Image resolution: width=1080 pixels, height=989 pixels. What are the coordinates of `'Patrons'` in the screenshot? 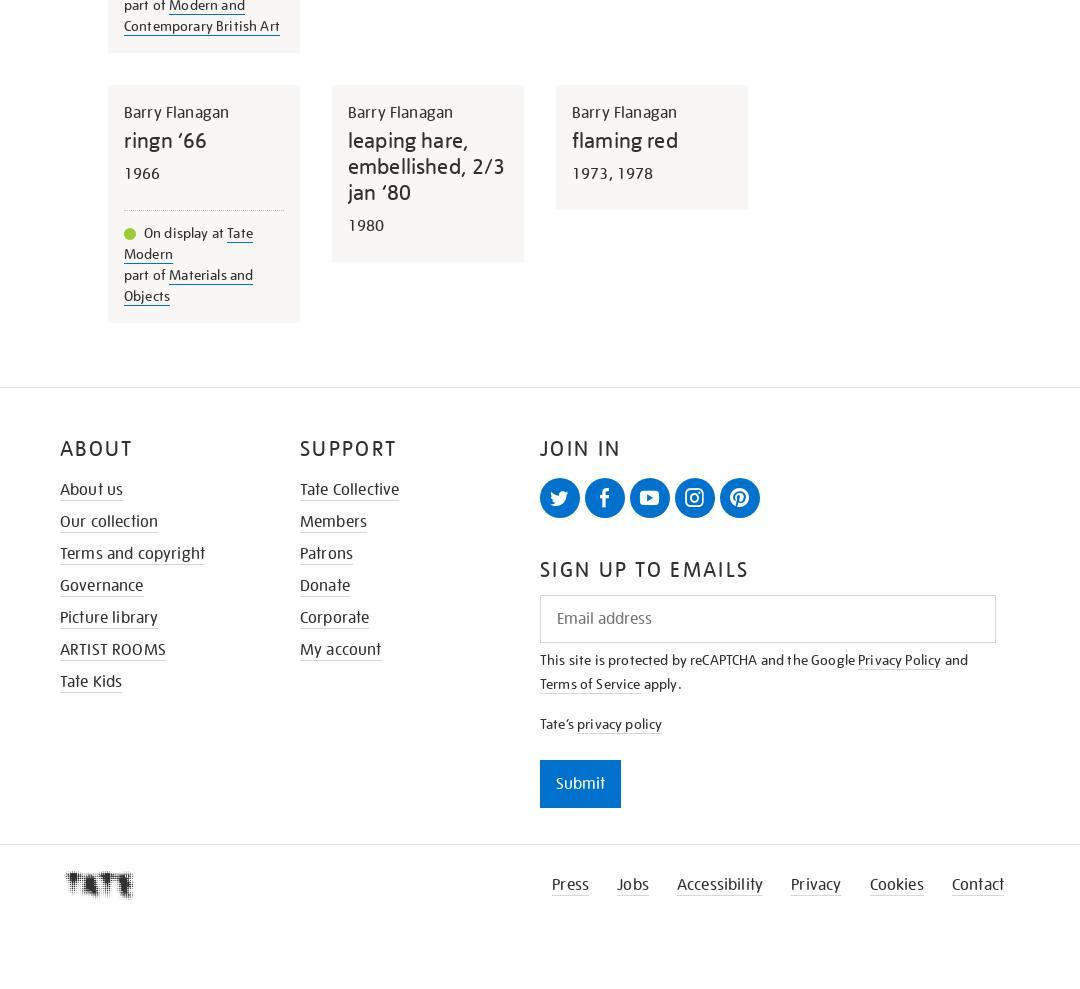 It's located at (325, 552).